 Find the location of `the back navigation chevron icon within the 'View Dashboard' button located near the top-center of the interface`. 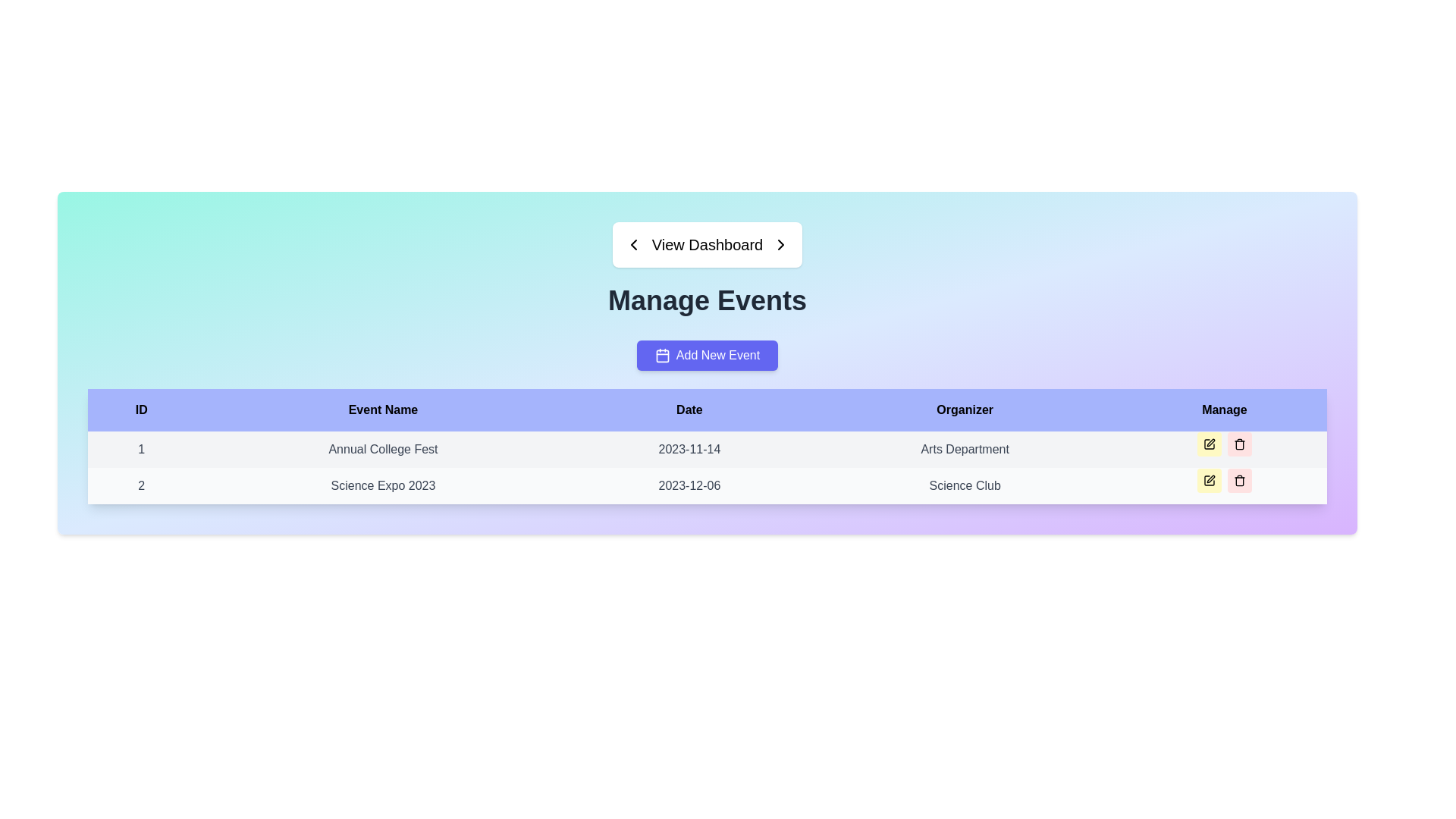

the back navigation chevron icon within the 'View Dashboard' button located near the top-center of the interface is located at coordinates (633, 244).